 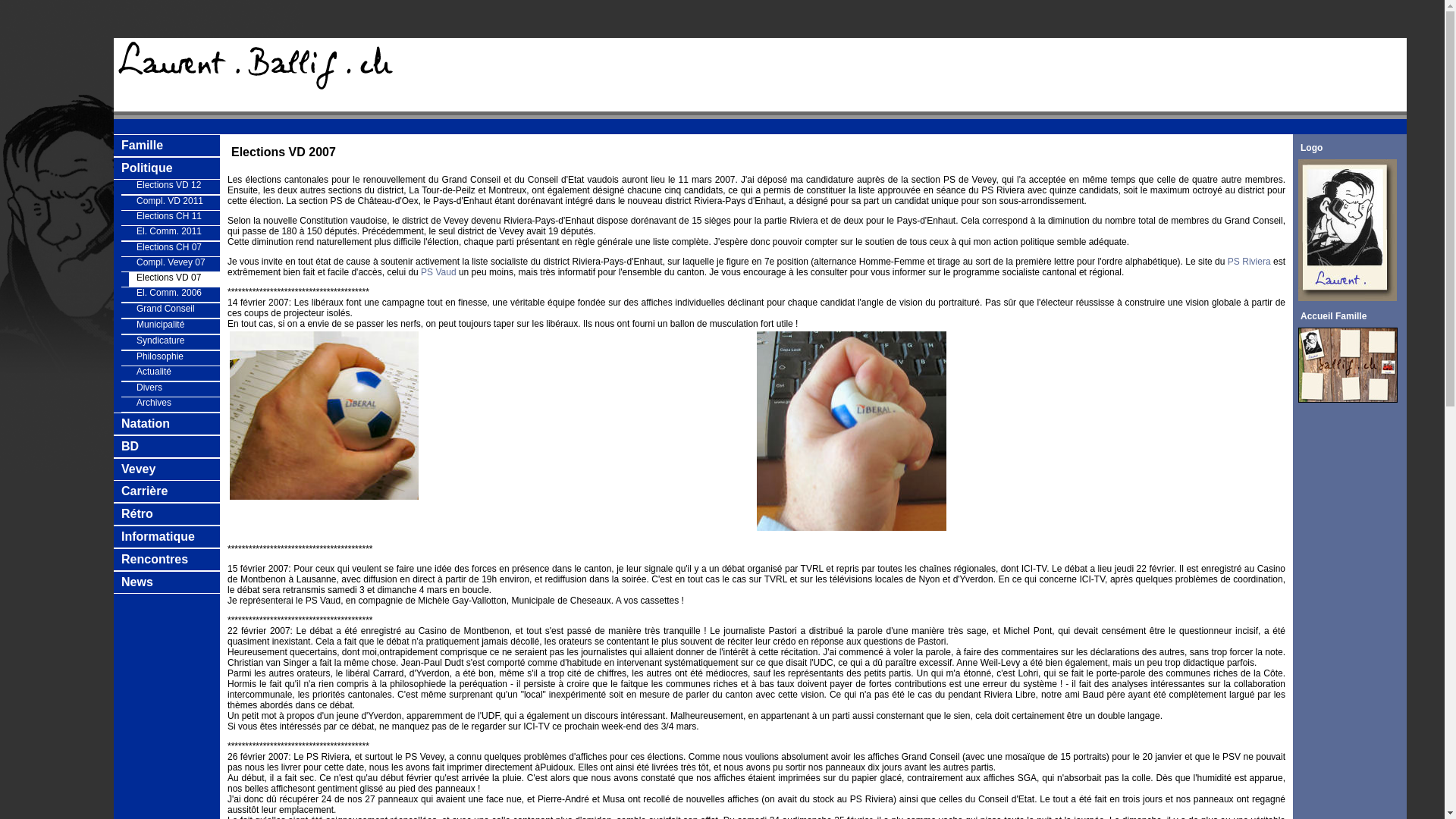 What do you see at coordinates (171, 146) in the screenshot?
I see `'Famille'` at bounding box center [171, 146].